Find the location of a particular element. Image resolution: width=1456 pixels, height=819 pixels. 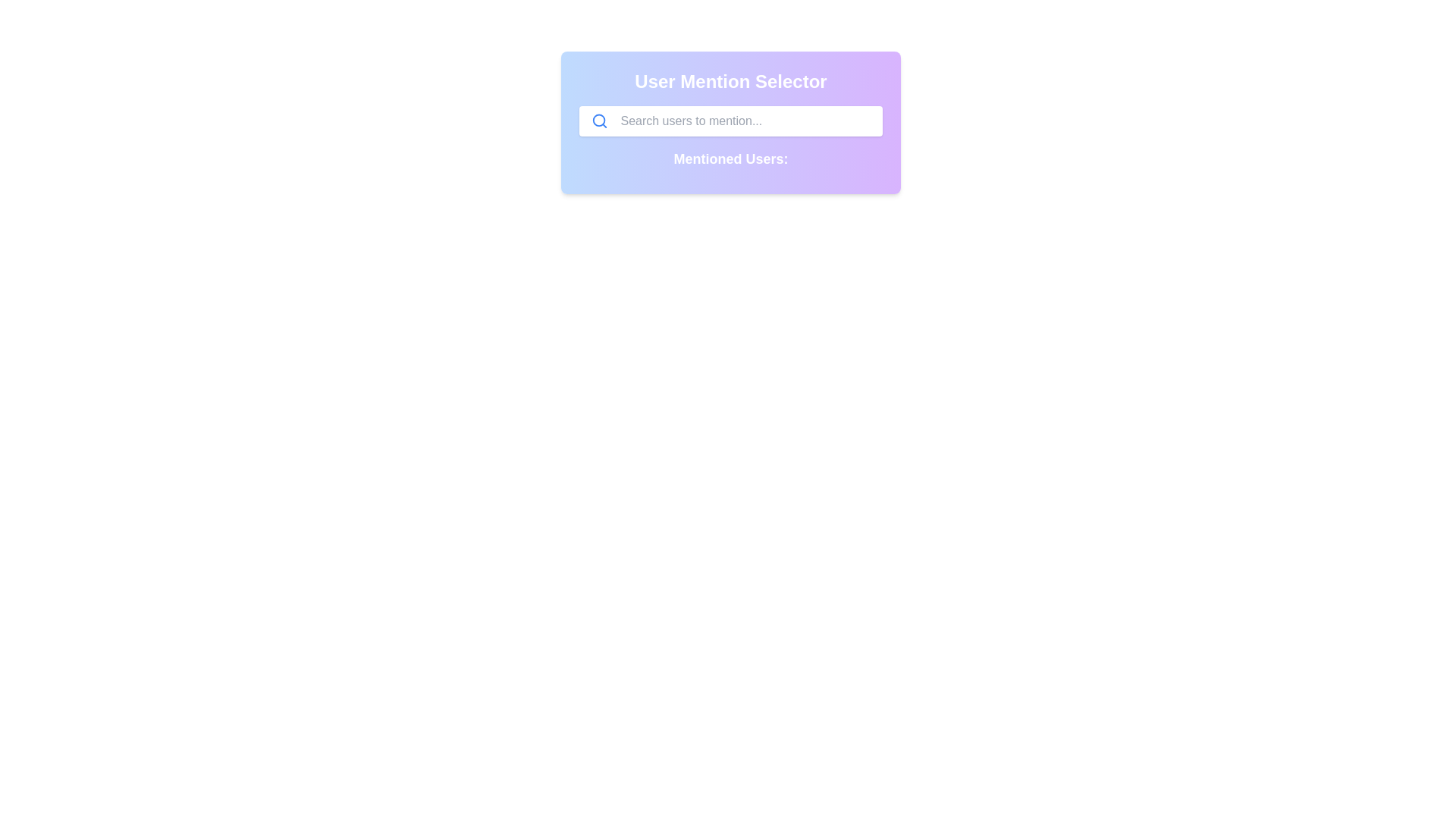

the inner circular part of the magnifying glass icon located to the left side within the search input field of the 'User Mention Selector' interface panel is located at coordinates (598, 120).